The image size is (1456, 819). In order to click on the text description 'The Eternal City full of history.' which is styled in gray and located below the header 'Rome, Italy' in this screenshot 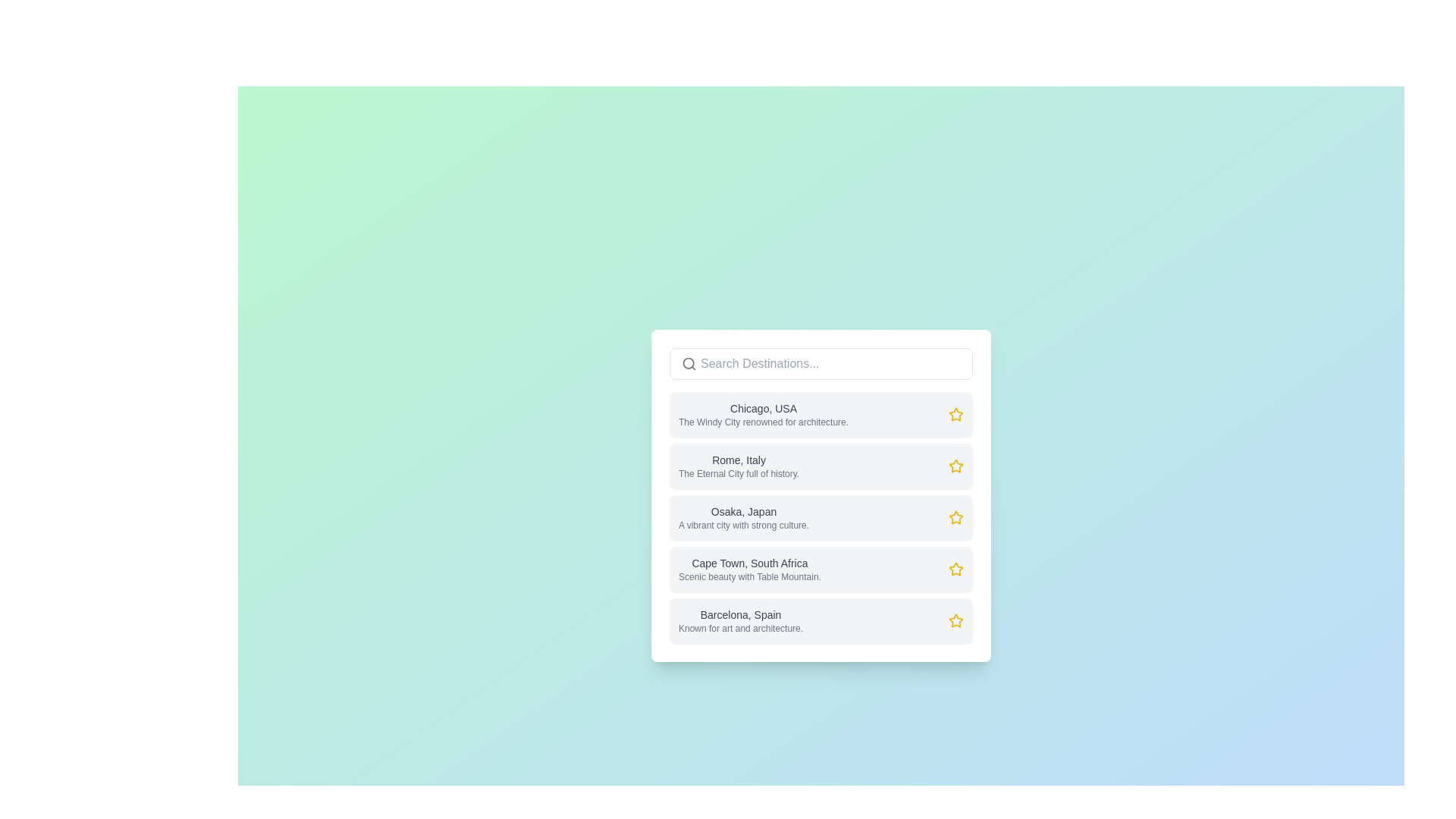, I will do `click(739, 472)`.